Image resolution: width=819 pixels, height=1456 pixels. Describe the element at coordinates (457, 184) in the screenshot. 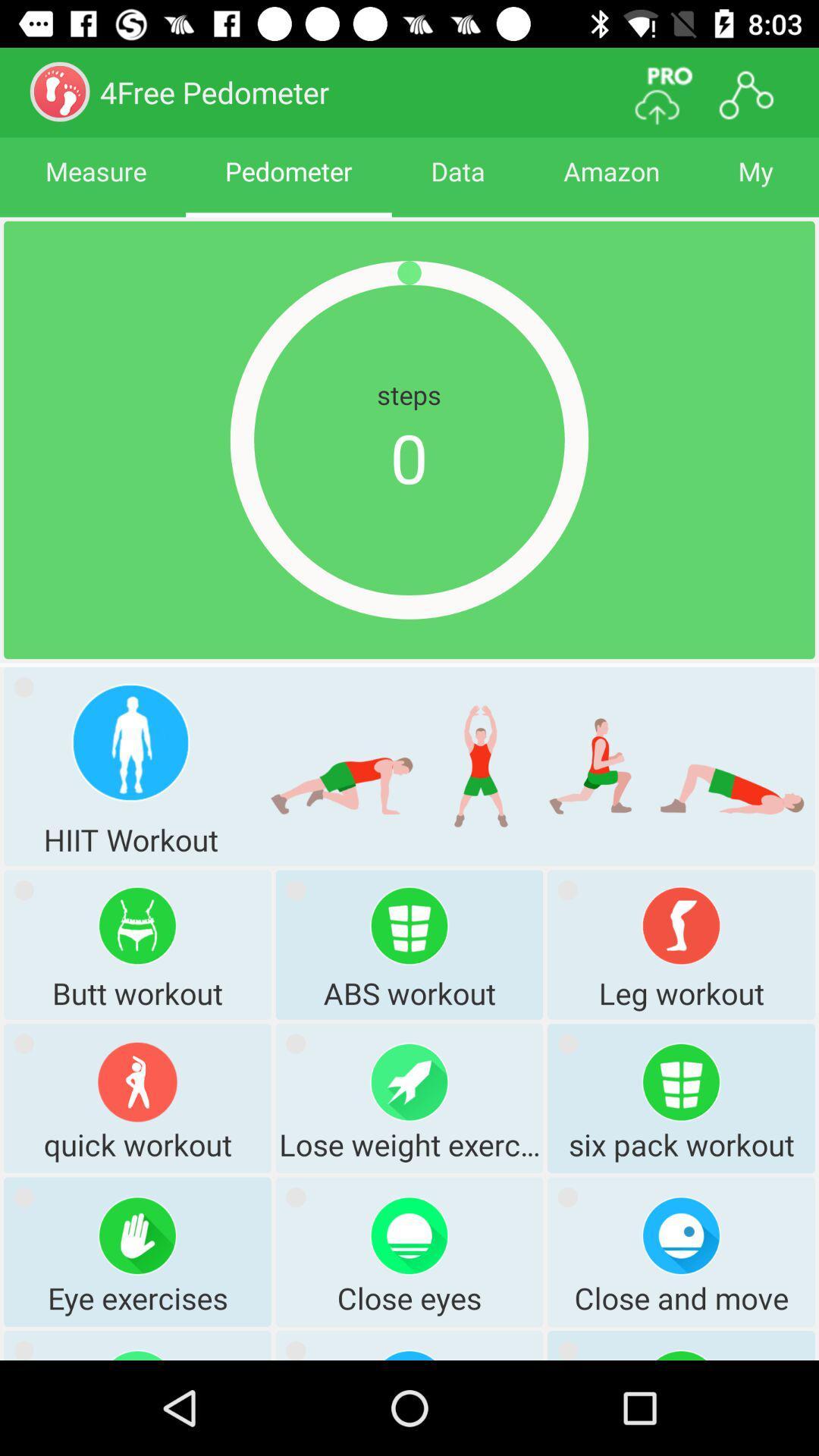

I see `data` at that location.